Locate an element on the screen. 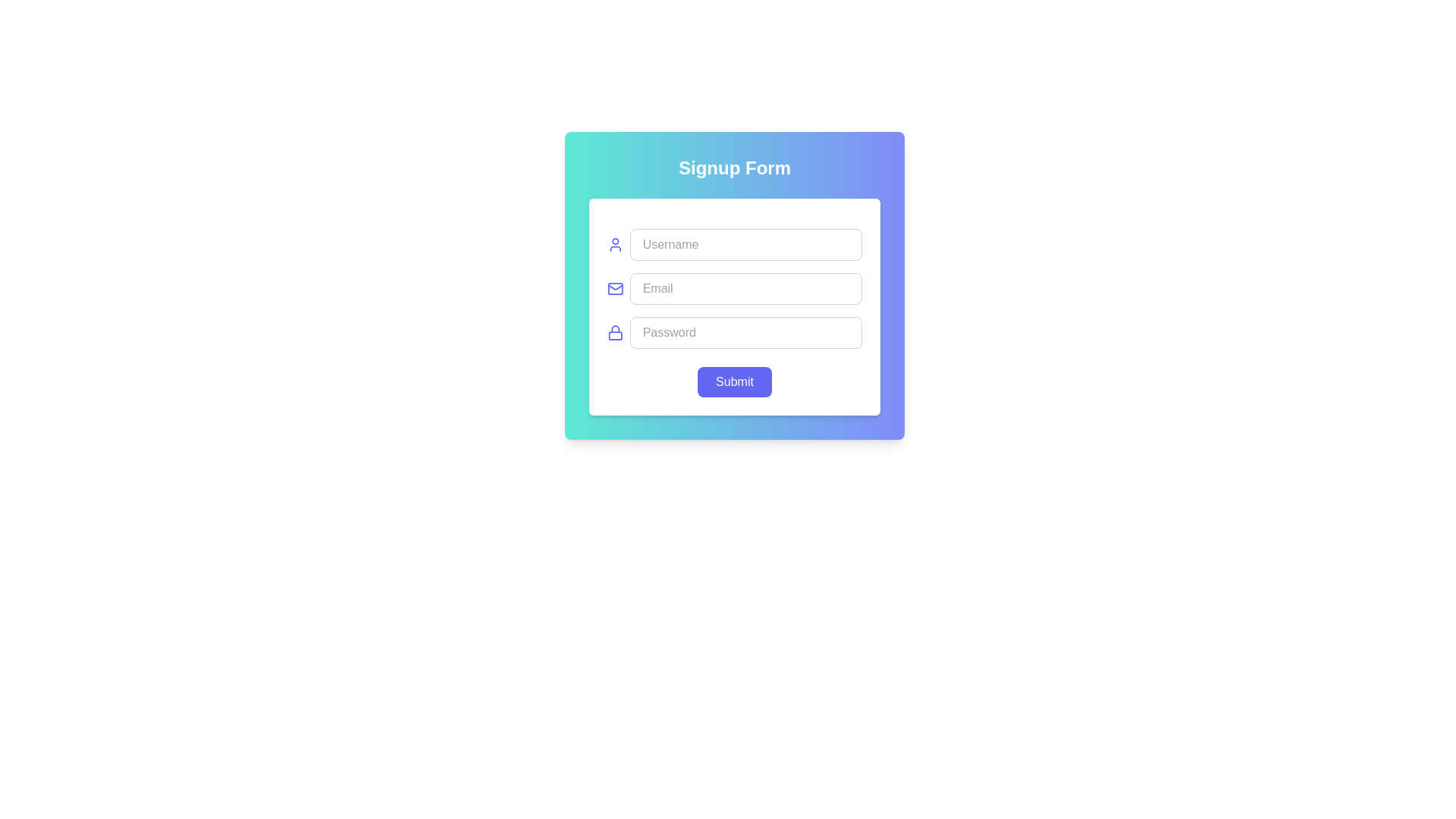  the icon that indicates the purpose of the adjacent email input field within the signup form is located at coordinates (615, 289).